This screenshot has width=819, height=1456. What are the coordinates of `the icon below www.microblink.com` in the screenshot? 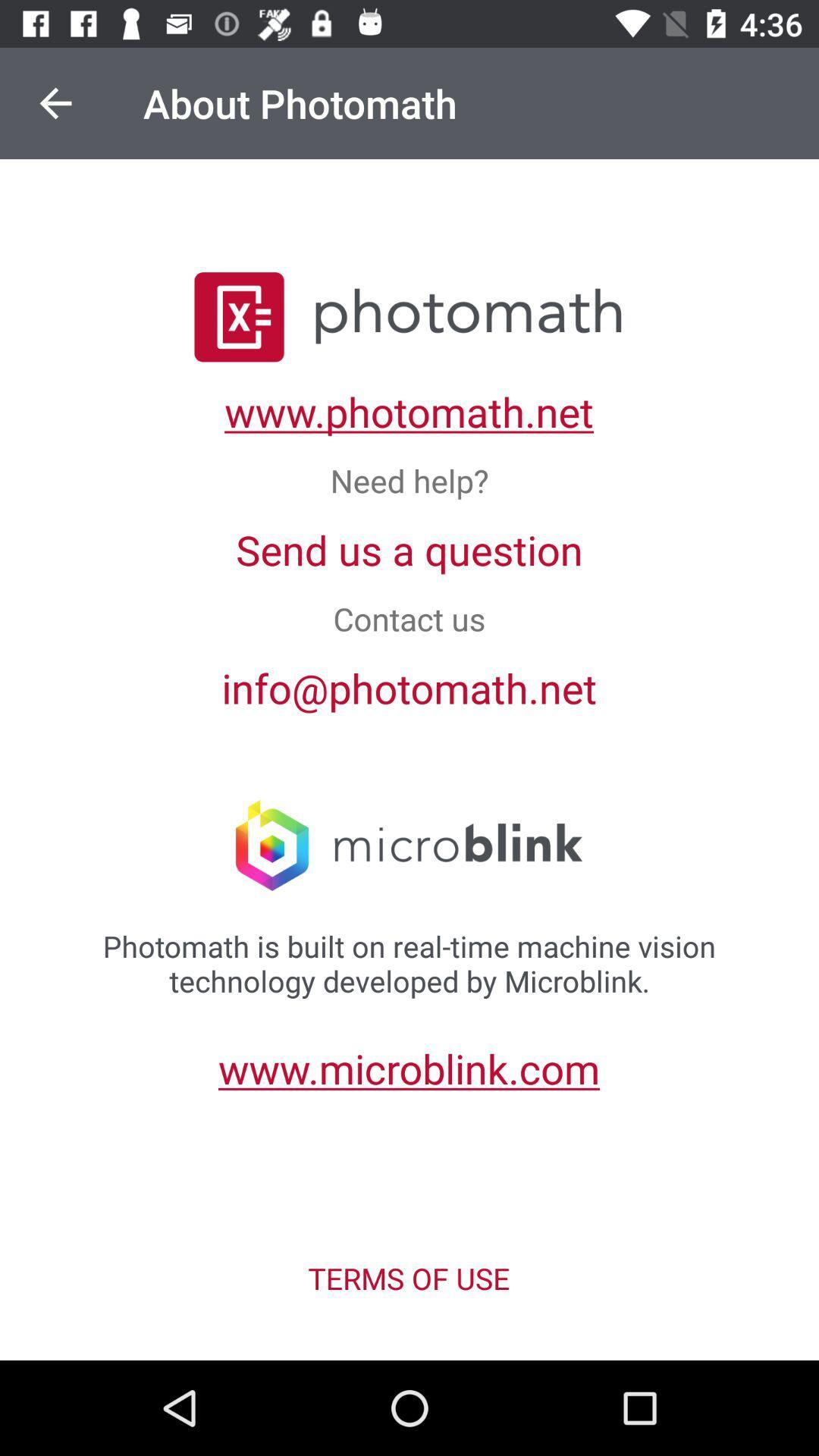 It's located at (408, 1277).